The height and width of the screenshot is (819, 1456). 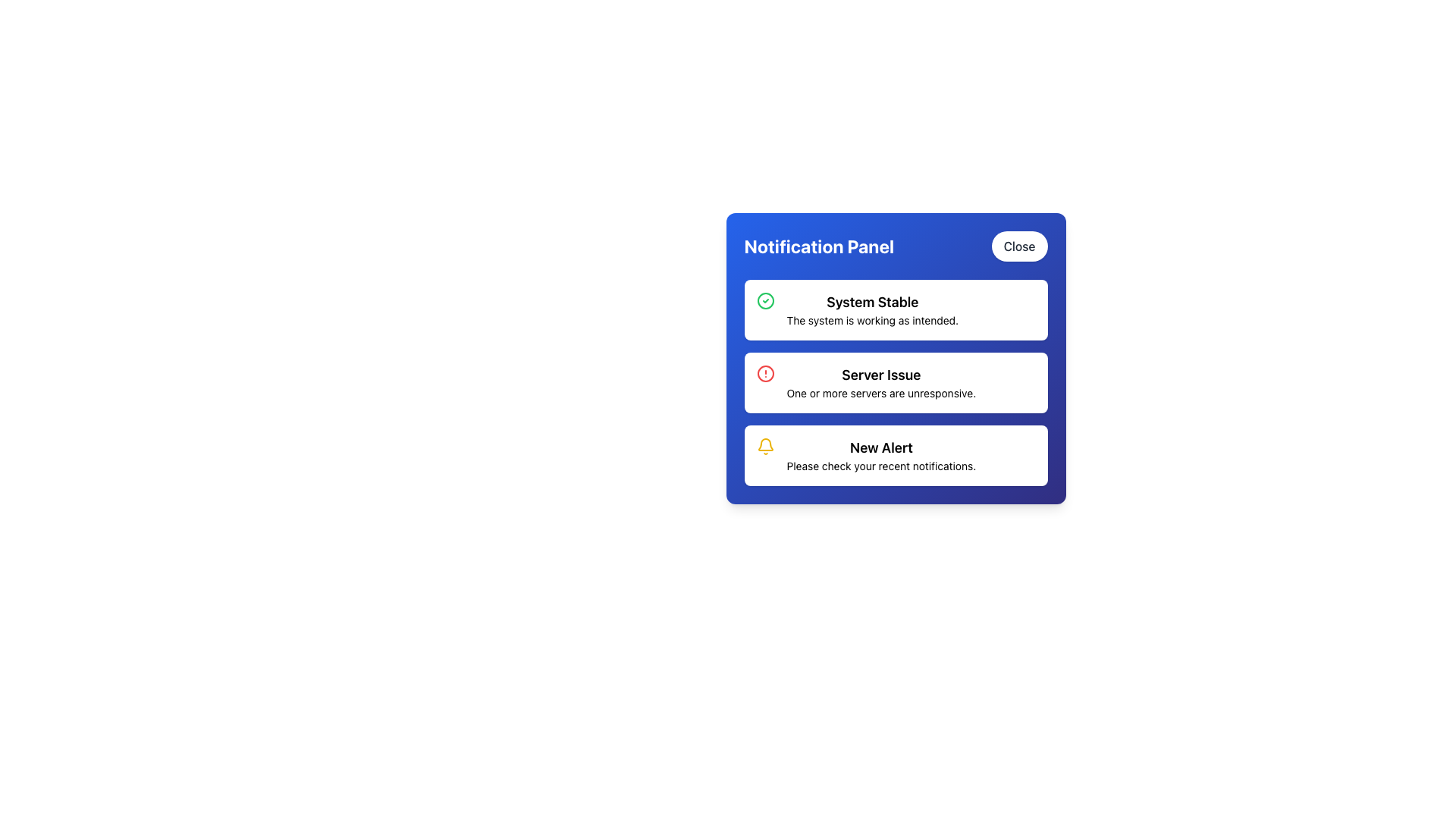 I want to click on bold text 'System Stable' located in the Notification Panel, which indicates a successful status with a green check icon to its left, so click(x=872, y=302).